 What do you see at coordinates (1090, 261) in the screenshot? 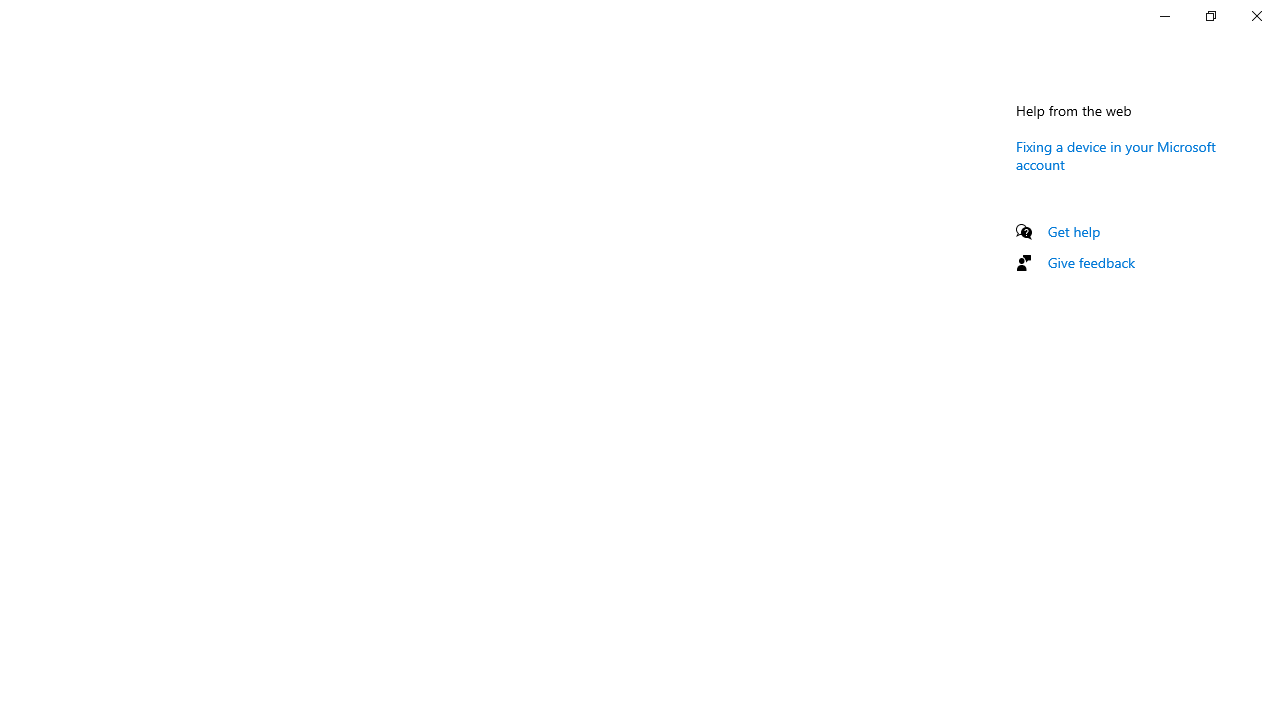
I see `'Give feedback'` at bounding box center [1090, 261].